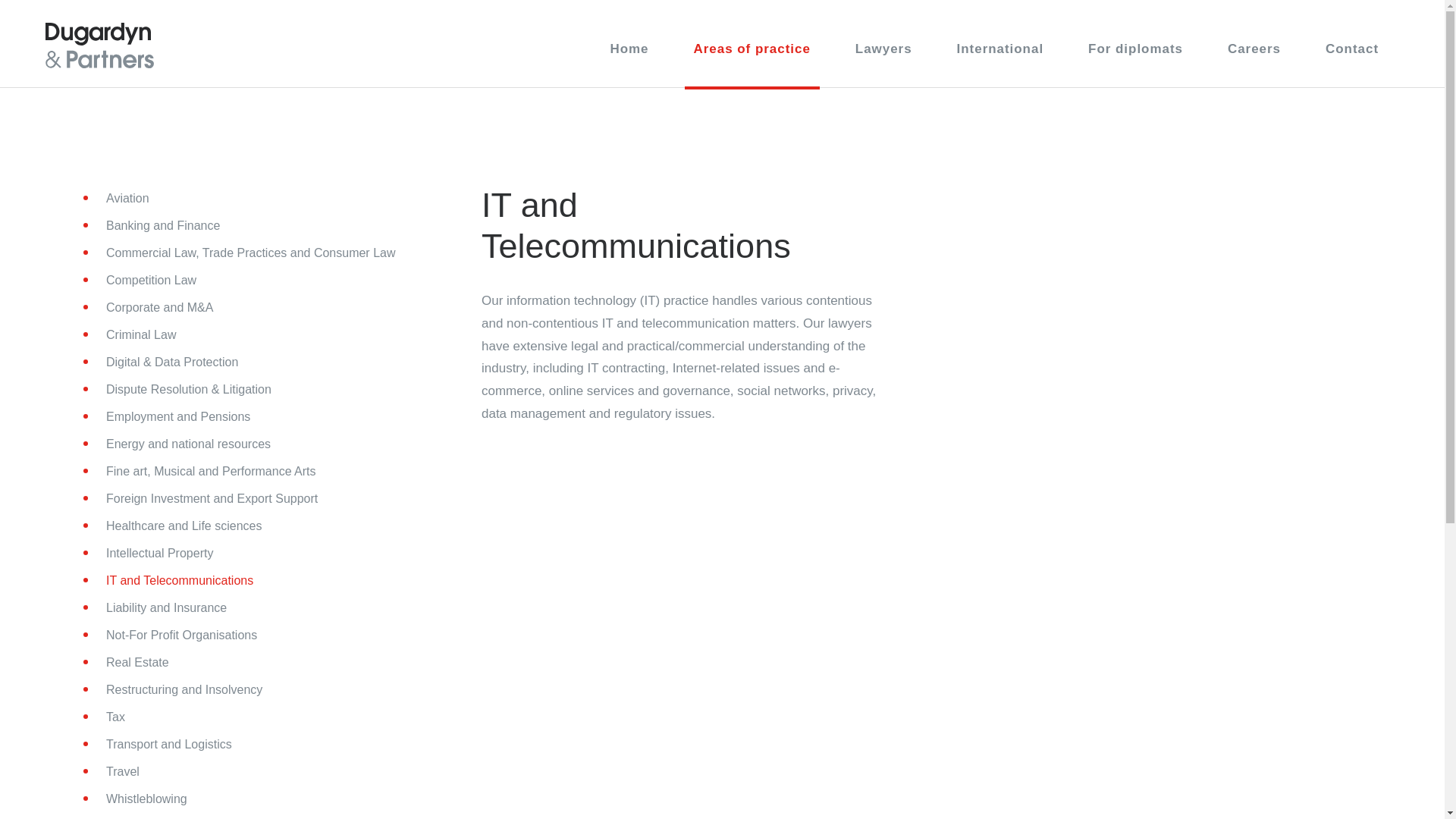 The image size is (1456, 819). I want to click on 'International', so click(1000, 54).